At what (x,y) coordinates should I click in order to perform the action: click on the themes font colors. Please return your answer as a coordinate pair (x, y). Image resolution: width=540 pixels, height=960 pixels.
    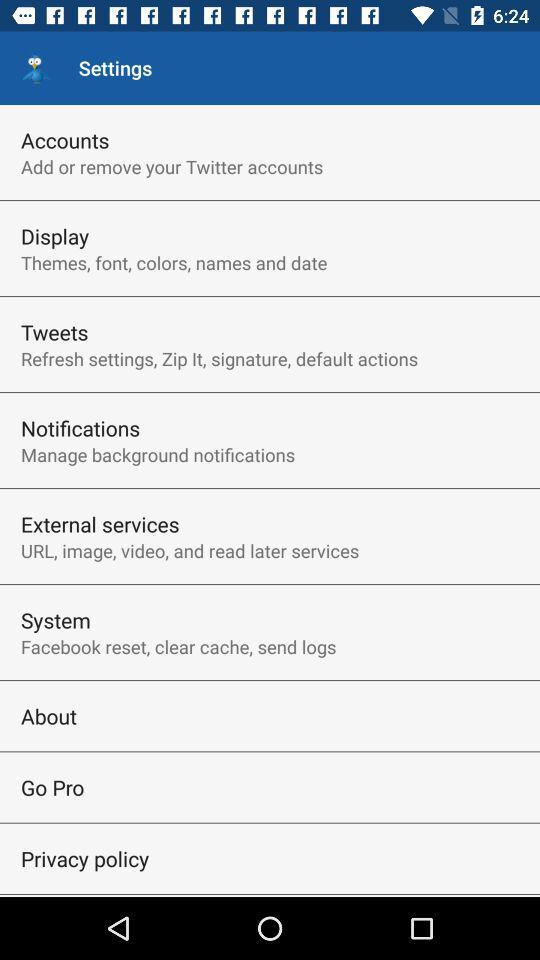
    Looking at the image, I should click on (174, 261).